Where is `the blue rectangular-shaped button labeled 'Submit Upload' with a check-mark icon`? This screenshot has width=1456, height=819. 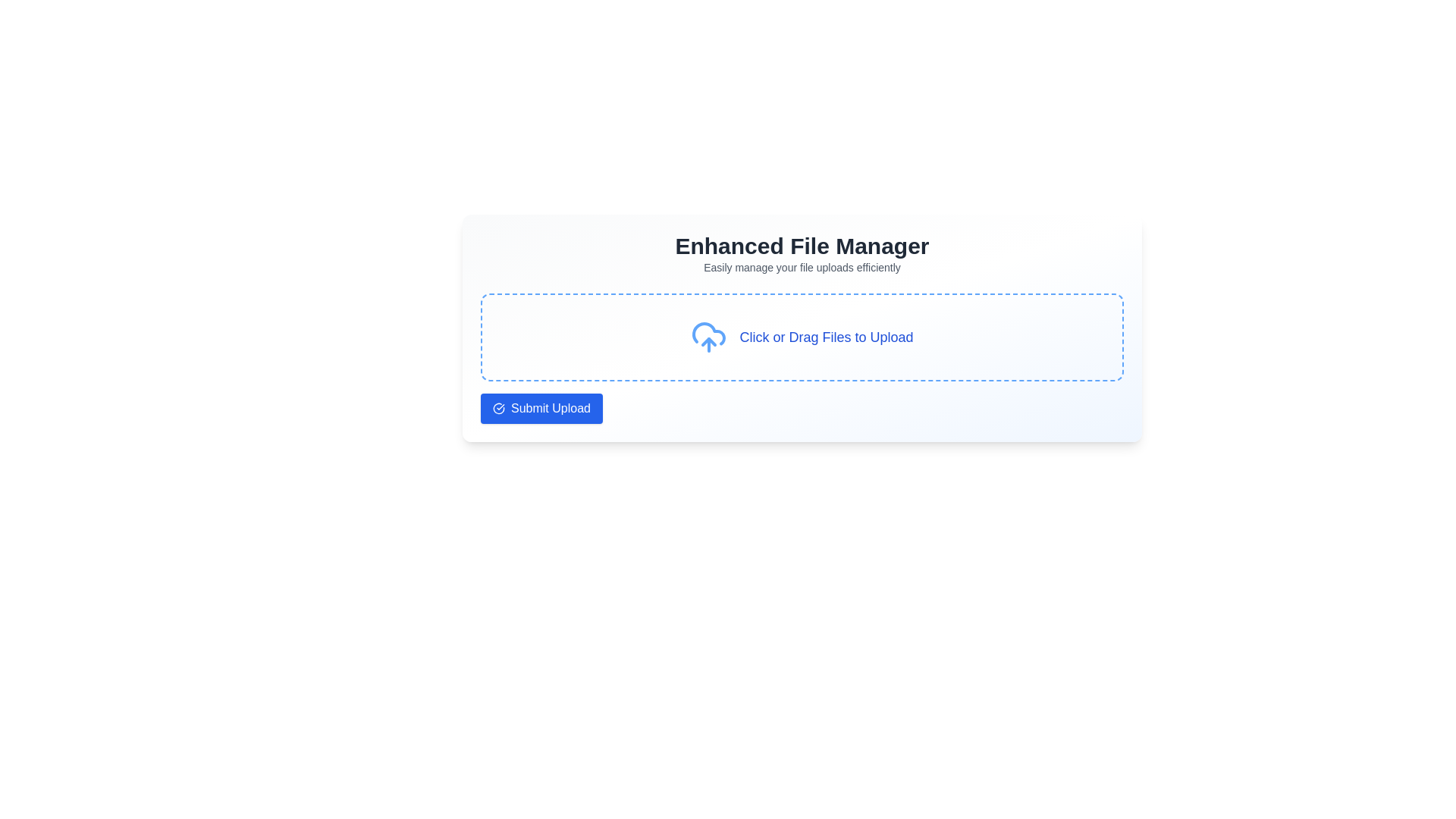 the blue rectangular-shaped button labeled 'Submit Upload' with a check-mark icon is located at coordinates (541, 408).